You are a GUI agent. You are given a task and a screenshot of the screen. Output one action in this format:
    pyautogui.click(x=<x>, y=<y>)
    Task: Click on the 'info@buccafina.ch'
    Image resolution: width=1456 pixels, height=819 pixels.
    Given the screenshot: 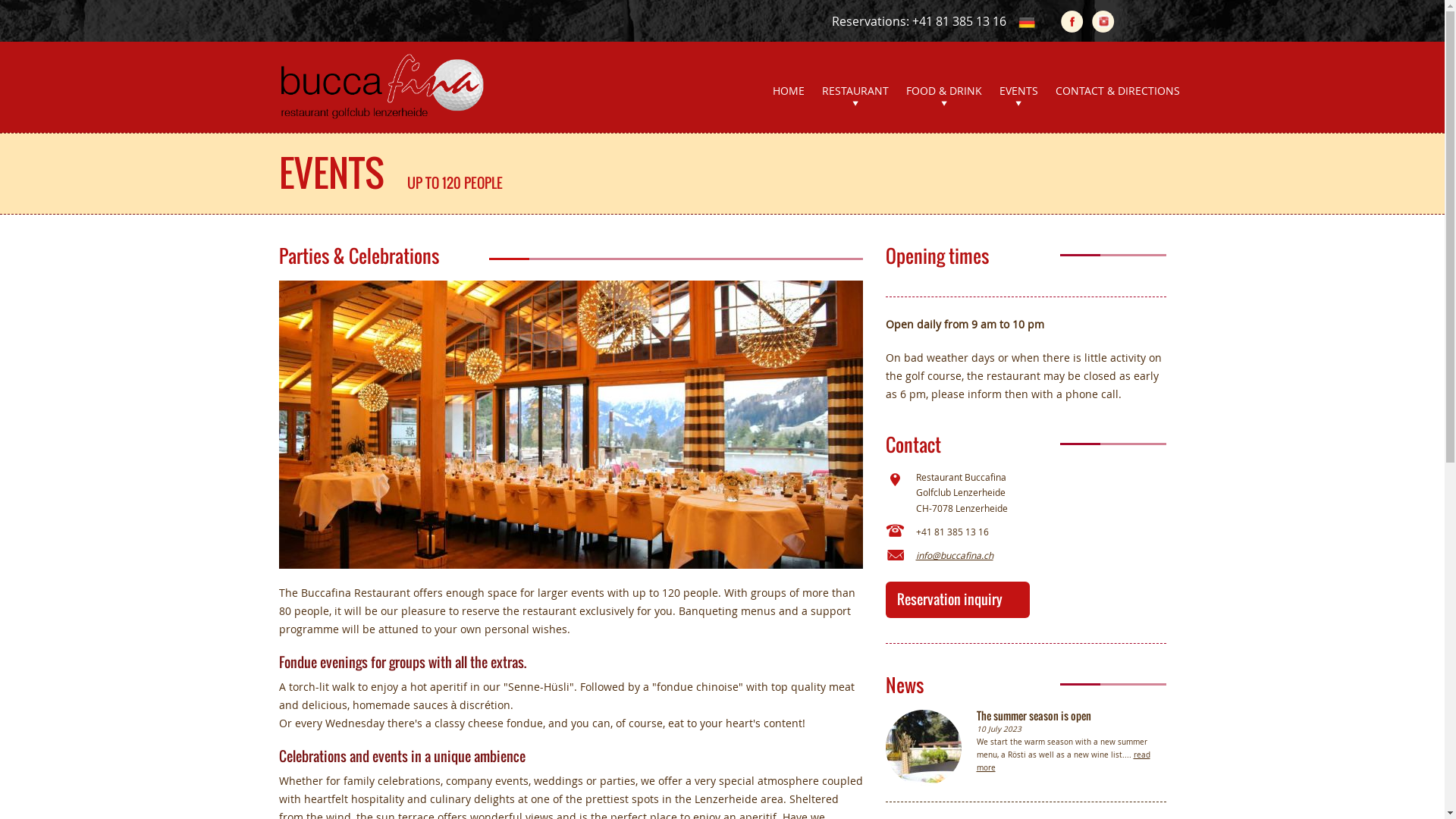 What is the action you would take?
    pyautogui.click(x=1026, y=555)
    